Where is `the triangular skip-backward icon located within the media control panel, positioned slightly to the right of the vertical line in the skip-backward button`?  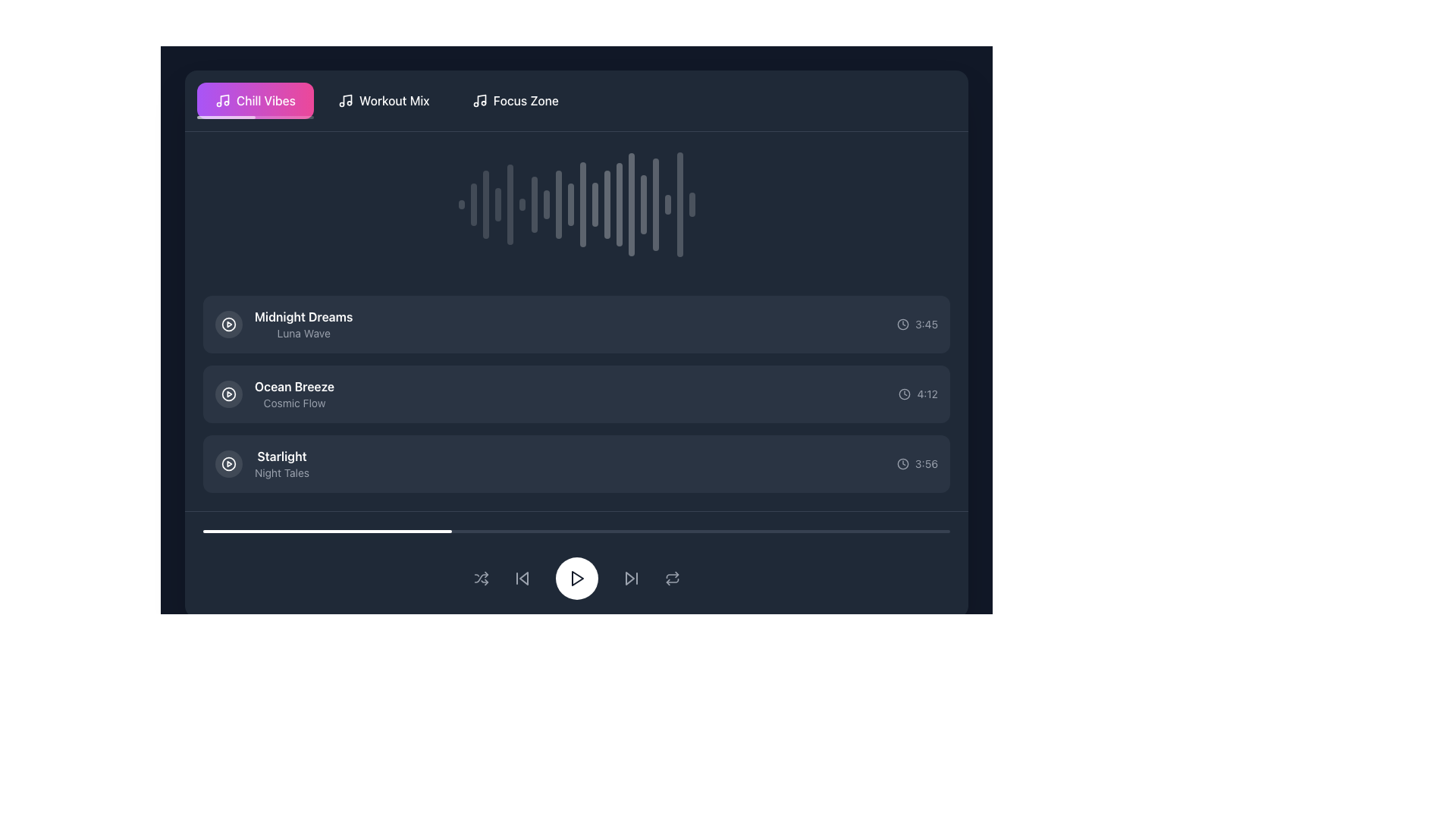 the triangular skip-backward icon located within the media control panel, positioned slightly to the right of the vertical line in the skip-backward button is located at coordinates (523, 579).